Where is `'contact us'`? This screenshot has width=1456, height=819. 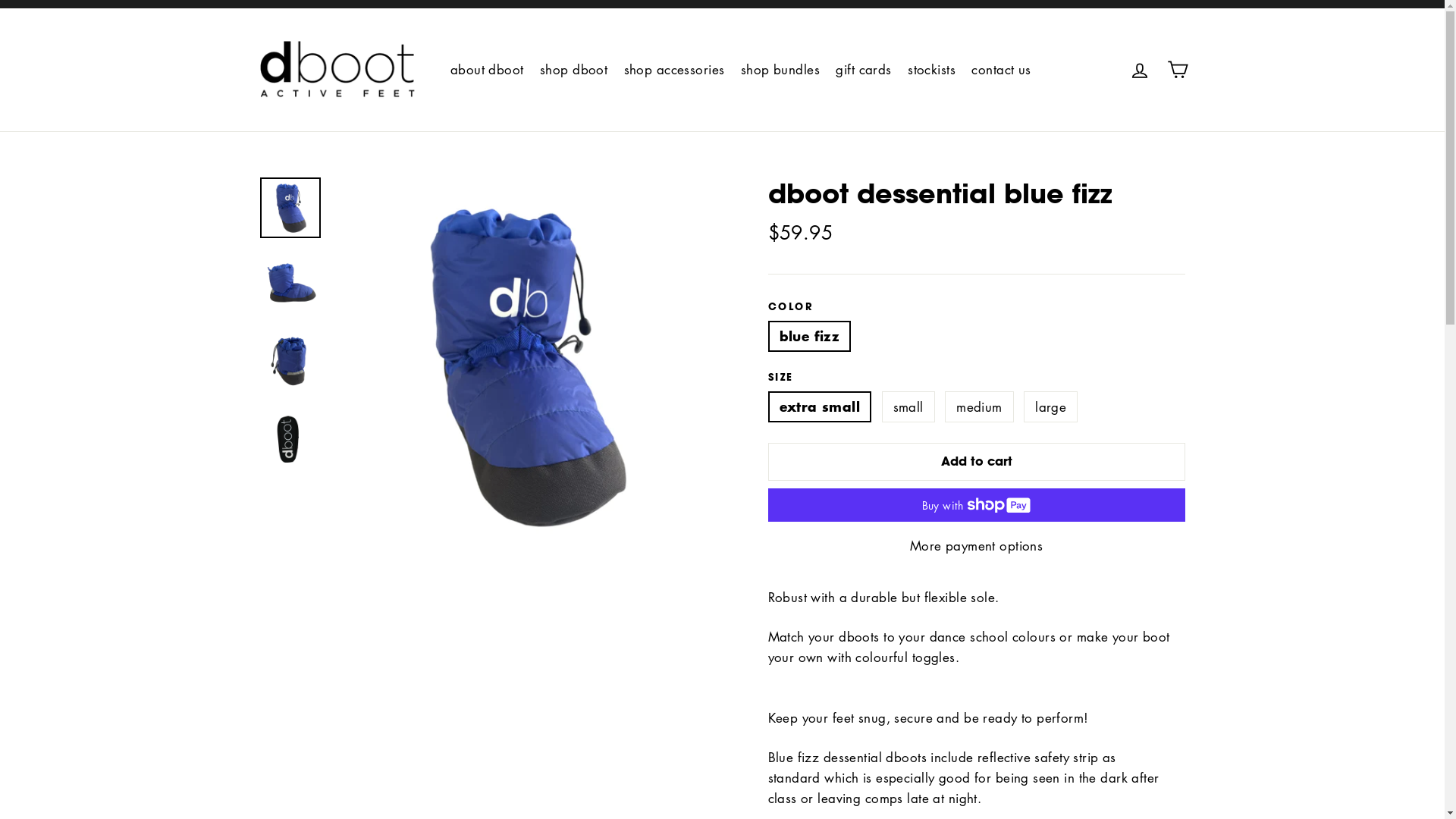 'contact us' is located at coordinates (1001, 70).